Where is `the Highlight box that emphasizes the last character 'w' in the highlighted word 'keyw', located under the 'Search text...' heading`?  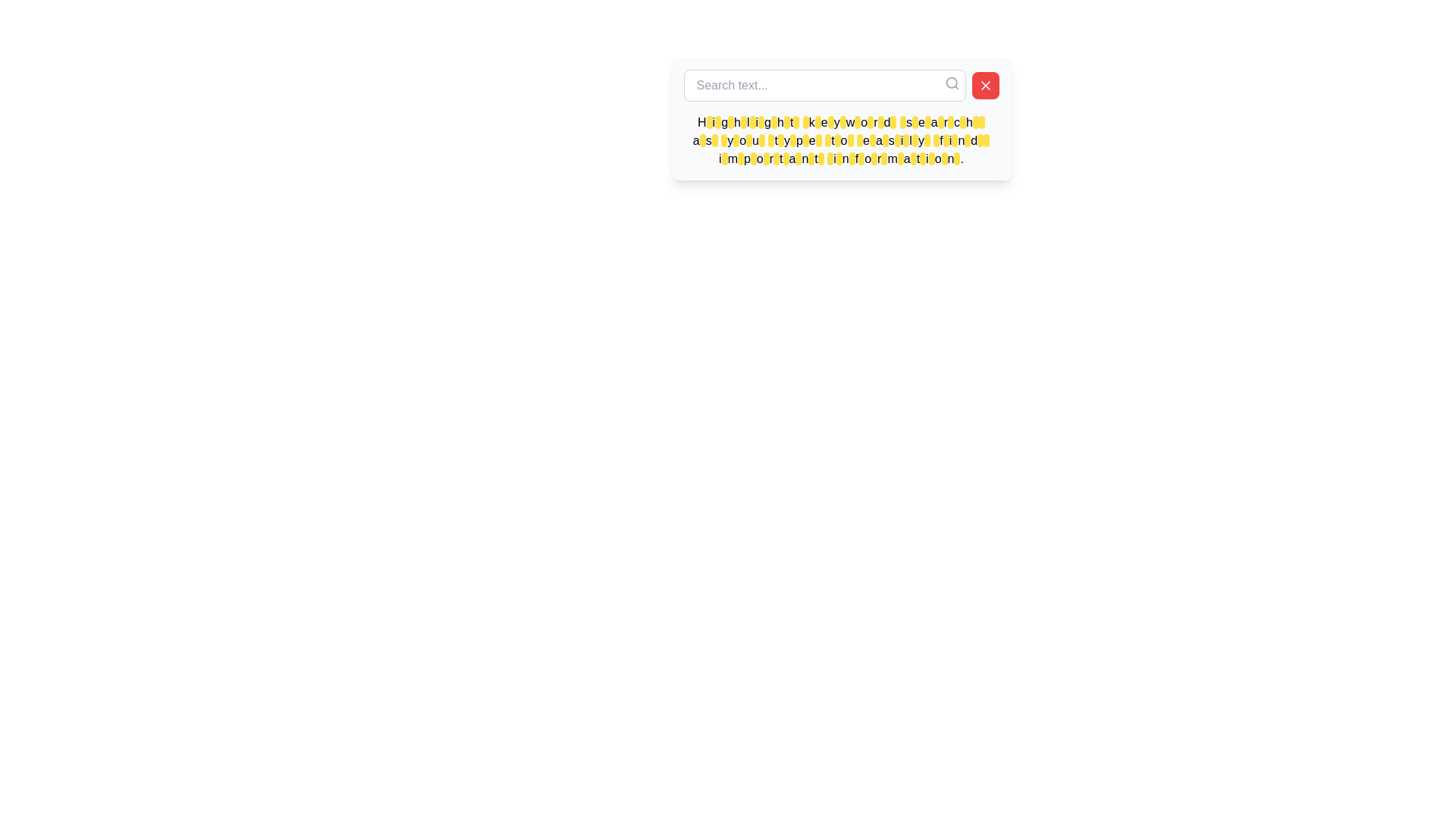
the Highlight box that emphasizes the last character 'w' in the highlighted word 'keyw', located under the 'Search text...' heading is located at coordinates (914, 140).